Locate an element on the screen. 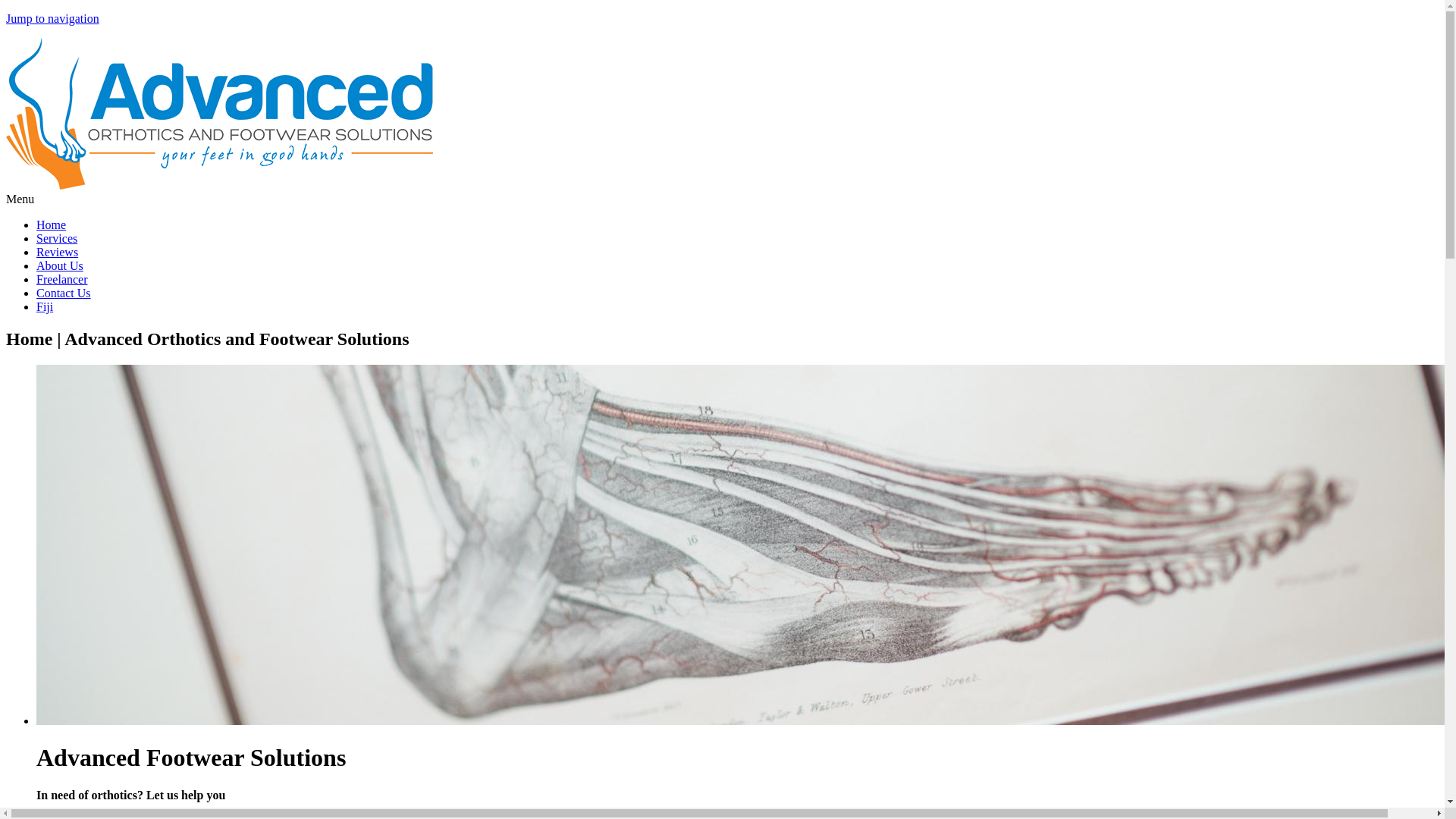 The image size is (1456, 819). 'Reviews' is located at coordinates (57, 251).